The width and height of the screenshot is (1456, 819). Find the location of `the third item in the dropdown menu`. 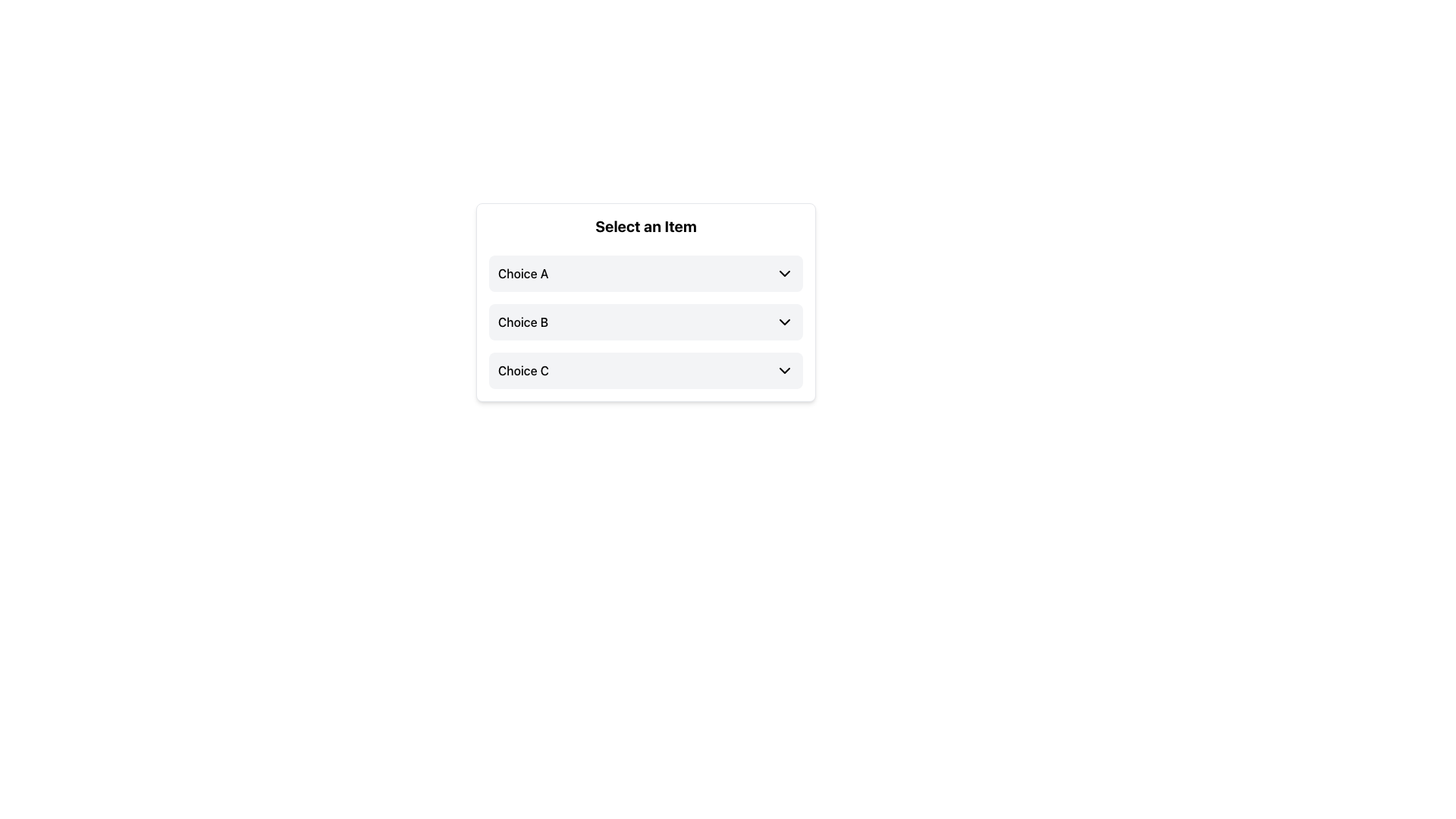

the third item in the dropdown menu is located at coordinates (645, 371).